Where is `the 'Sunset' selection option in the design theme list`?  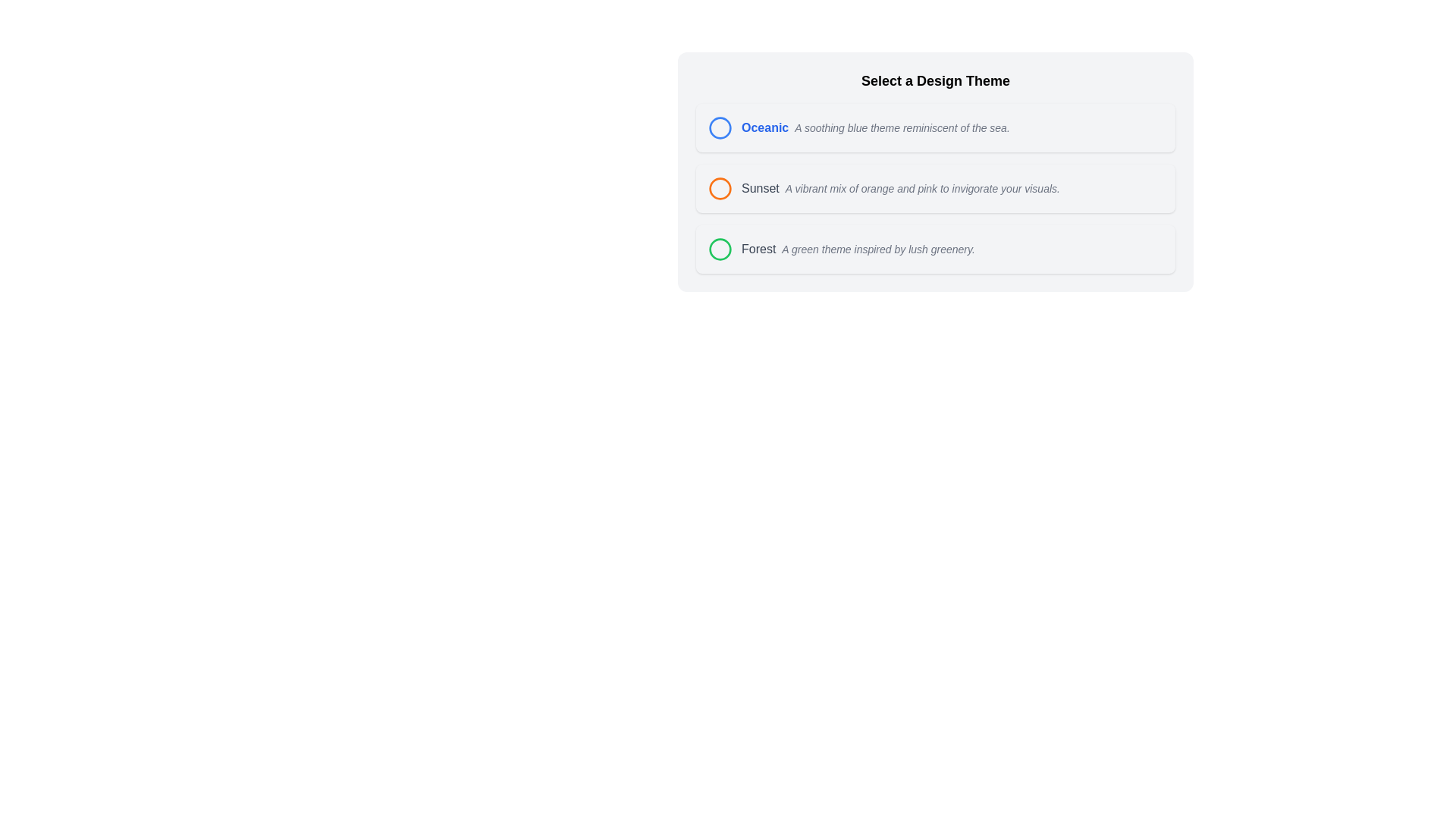
the 'Sunset' selection option in the design theme list is located at coordinates (884, 188).